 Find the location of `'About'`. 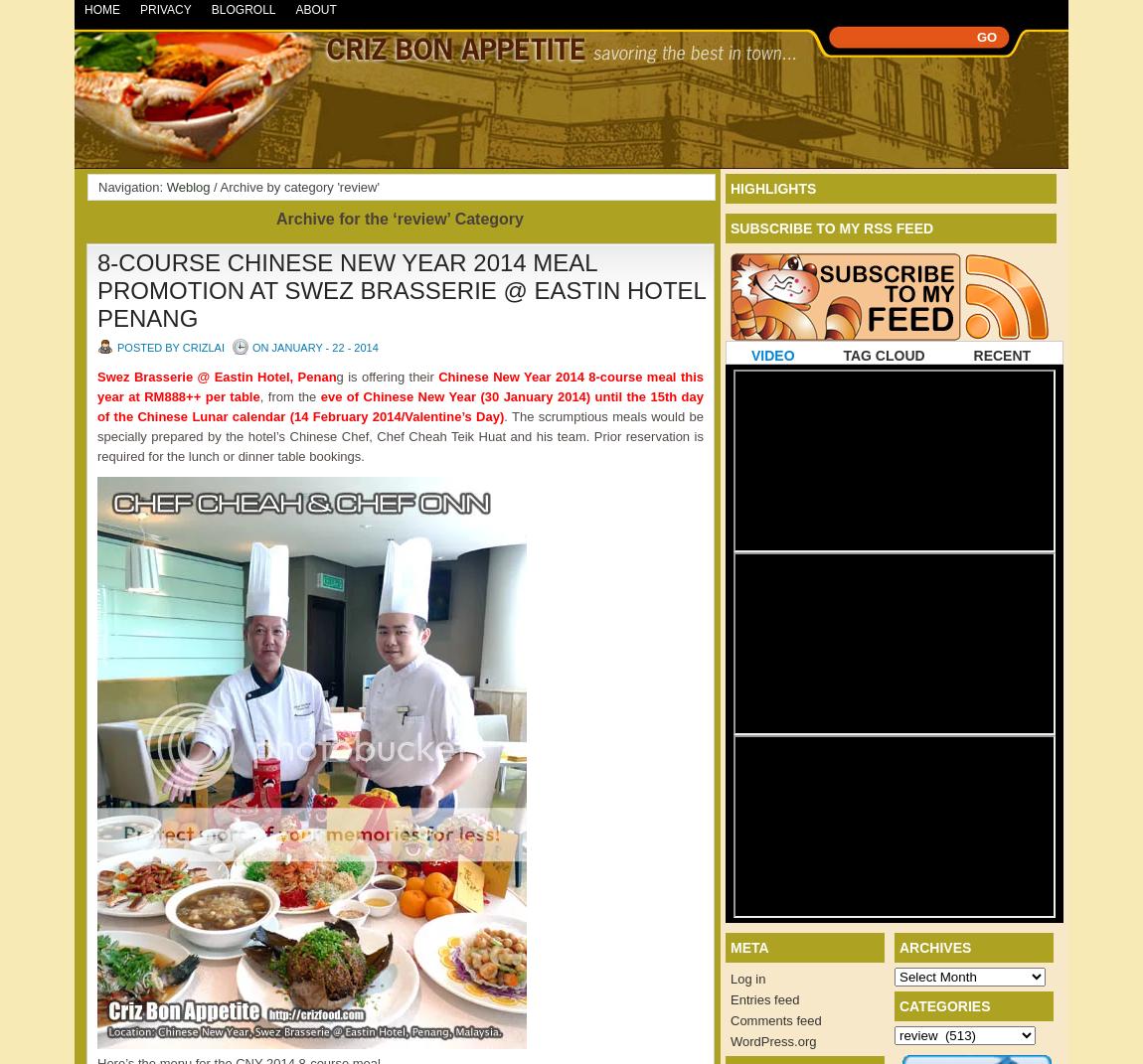

'About' is located at coordinates (295, 8).